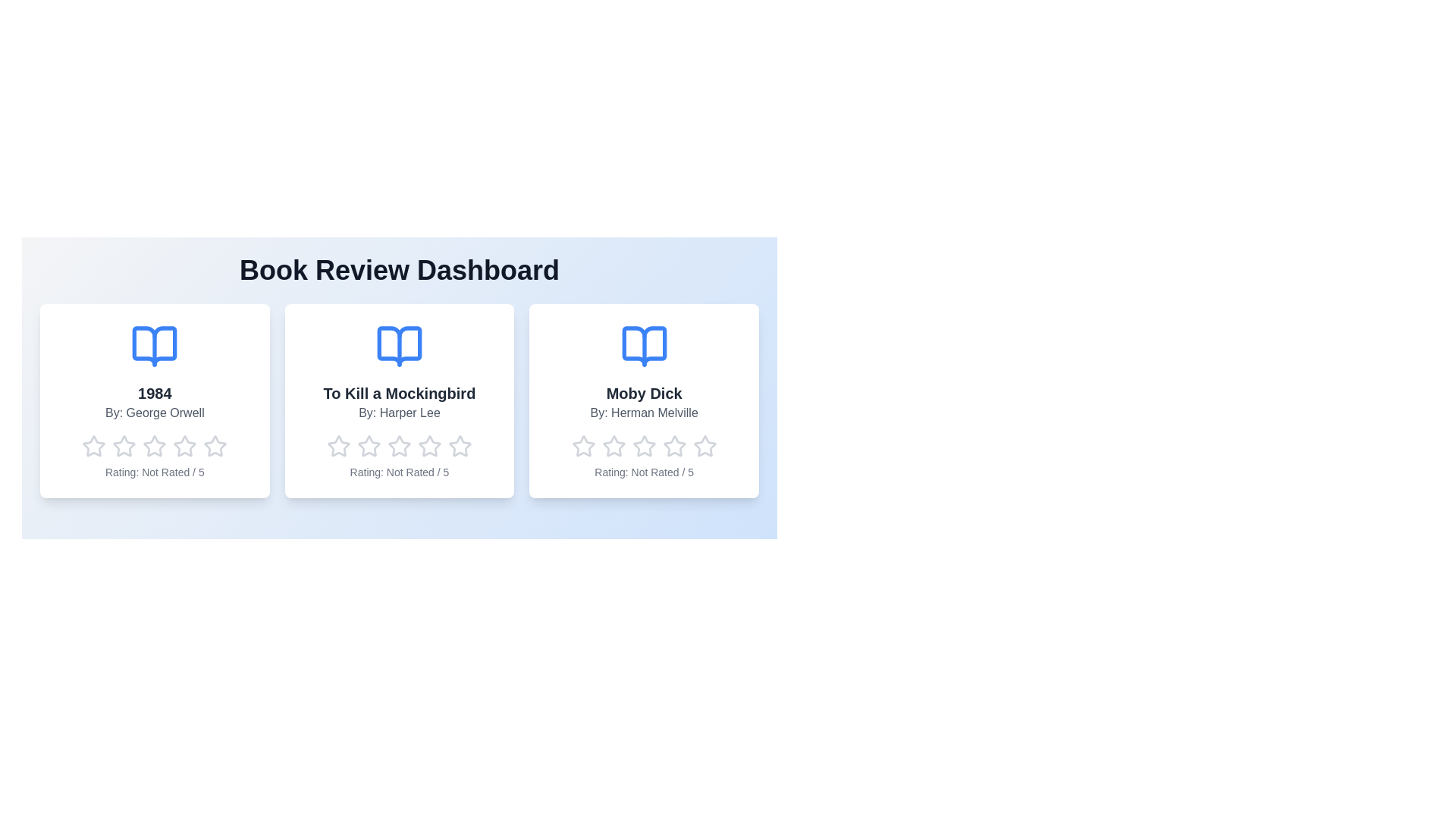  I want to click on the book icon for 1984, so click(155, 346).